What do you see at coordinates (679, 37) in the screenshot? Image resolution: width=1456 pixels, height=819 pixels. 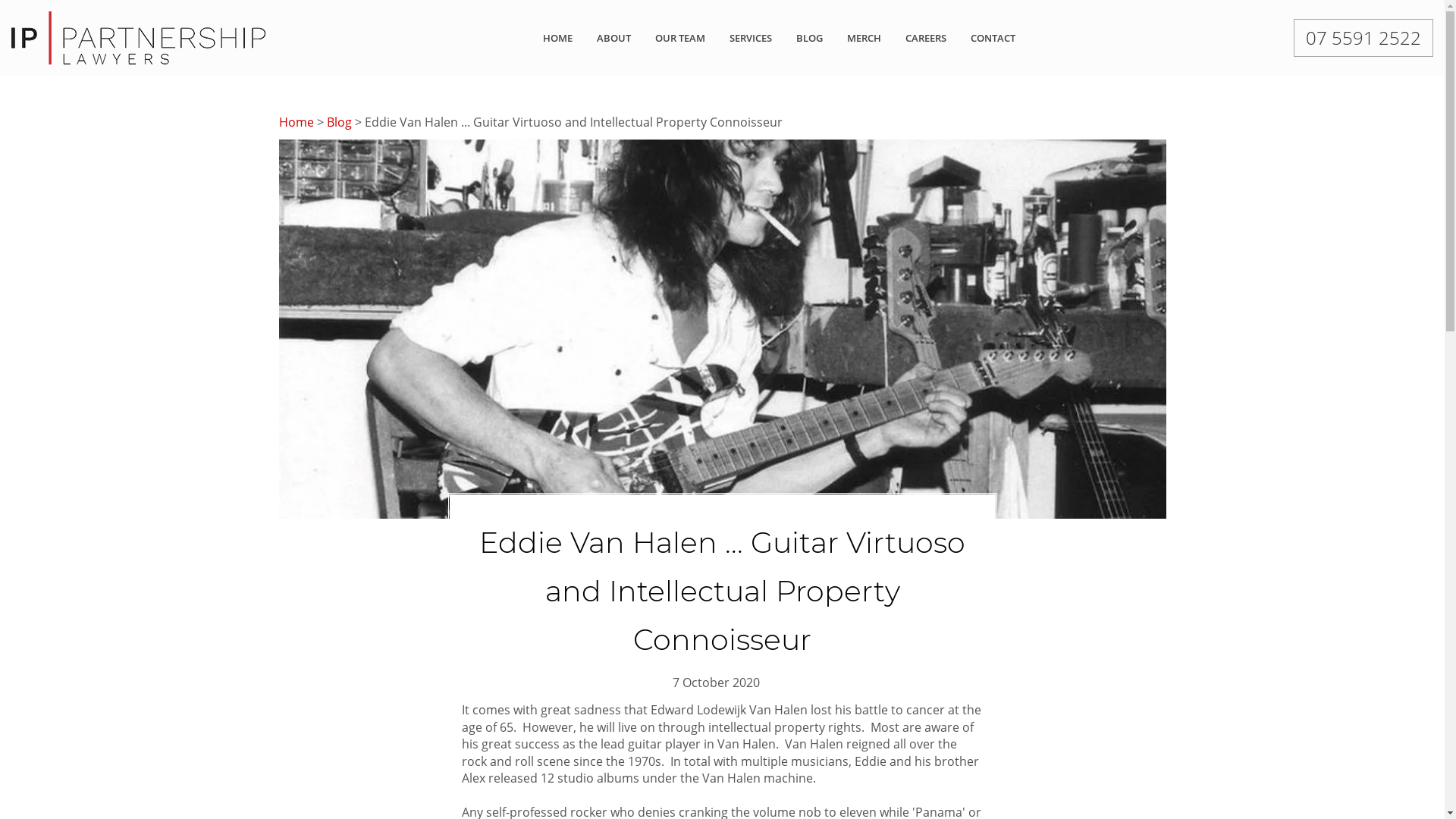 I see `'OUR TEAM'` at bounding box center [679, 37].